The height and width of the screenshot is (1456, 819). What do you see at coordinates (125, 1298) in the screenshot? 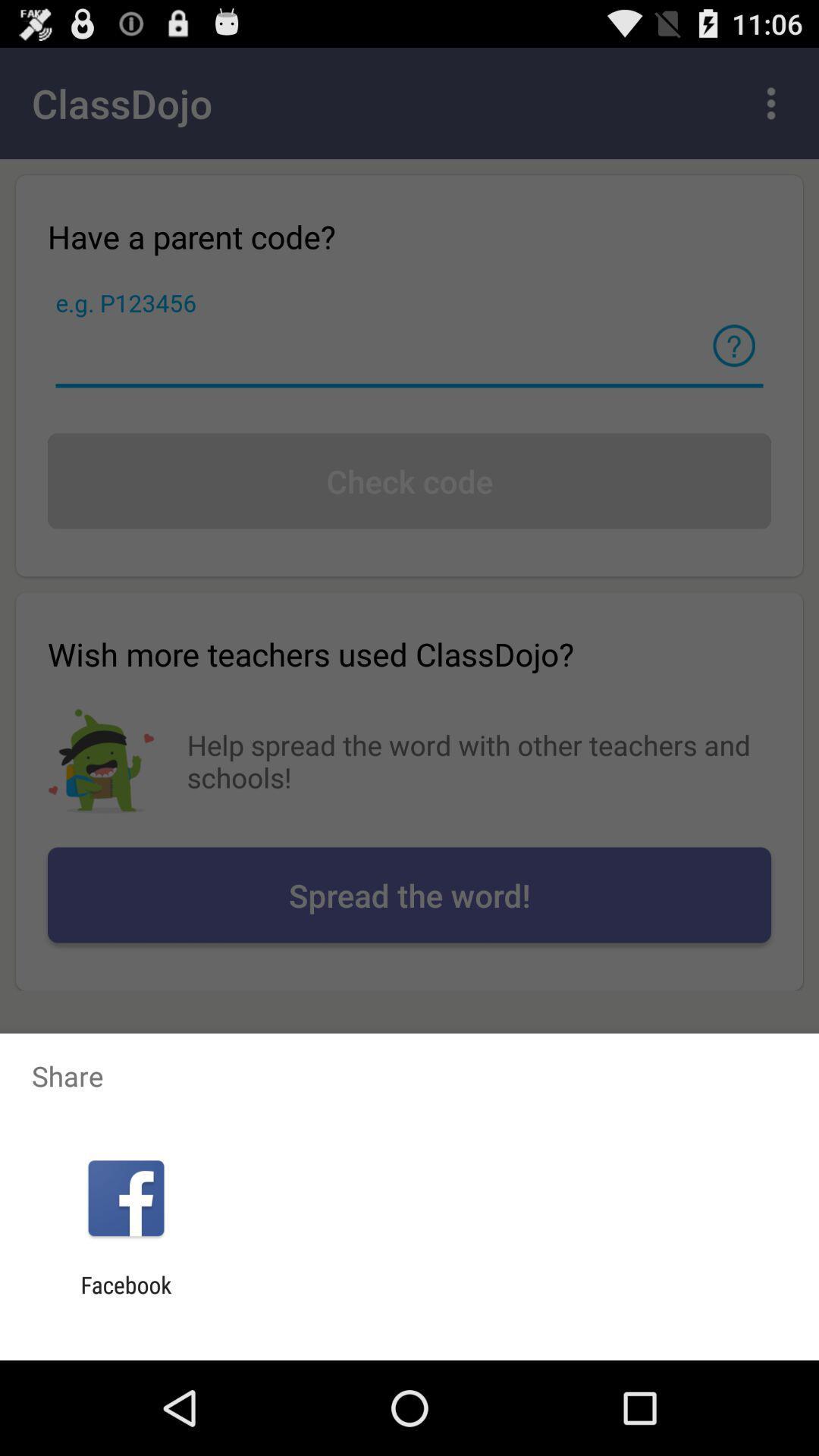
I see `the facebook app` at bounding box center [125, 1298].